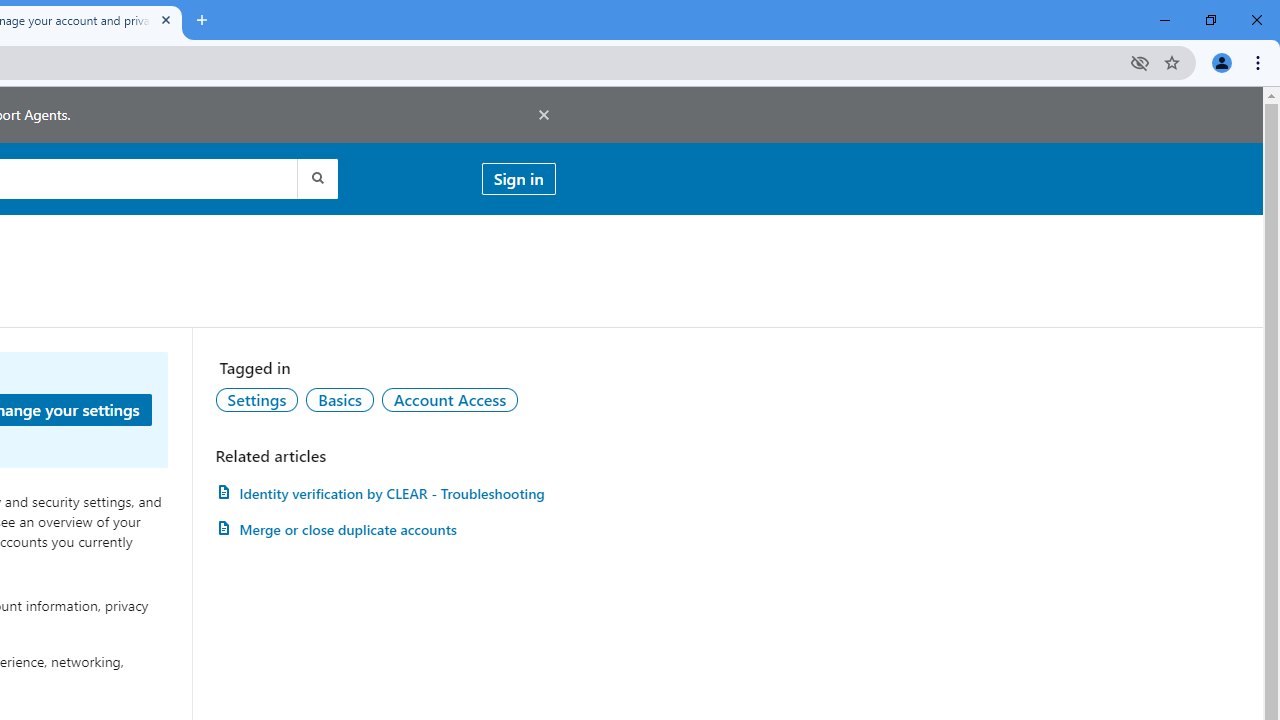 This screenshot has height=720, width=1280. What do you see at coordinates (256, 399) in the screenshot?
I see `'AutomationID: topic-link-a149001'` at bounding box center [256, 399].